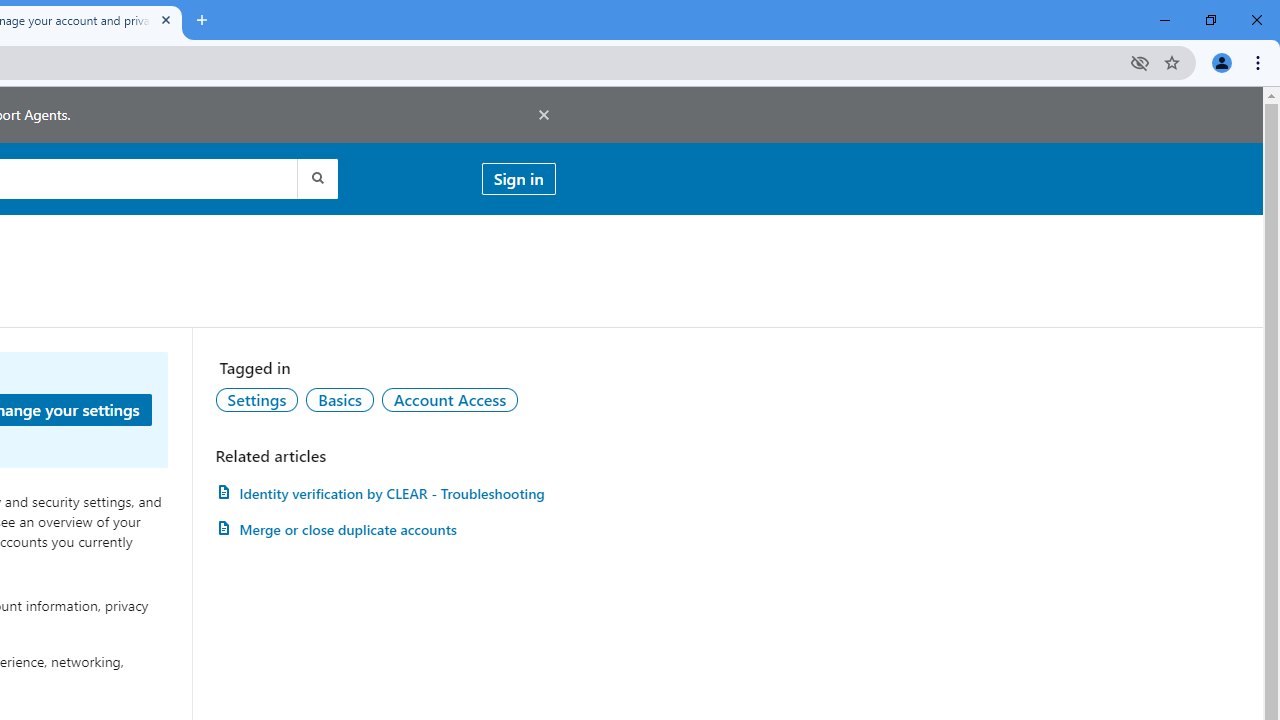 This screenshot has height=720, width=1280. What do you see at coordinates (256, 399) in the screenshot?
I see `'AutomationID: topic-link-a149001'` at bounding box center [256, 399].